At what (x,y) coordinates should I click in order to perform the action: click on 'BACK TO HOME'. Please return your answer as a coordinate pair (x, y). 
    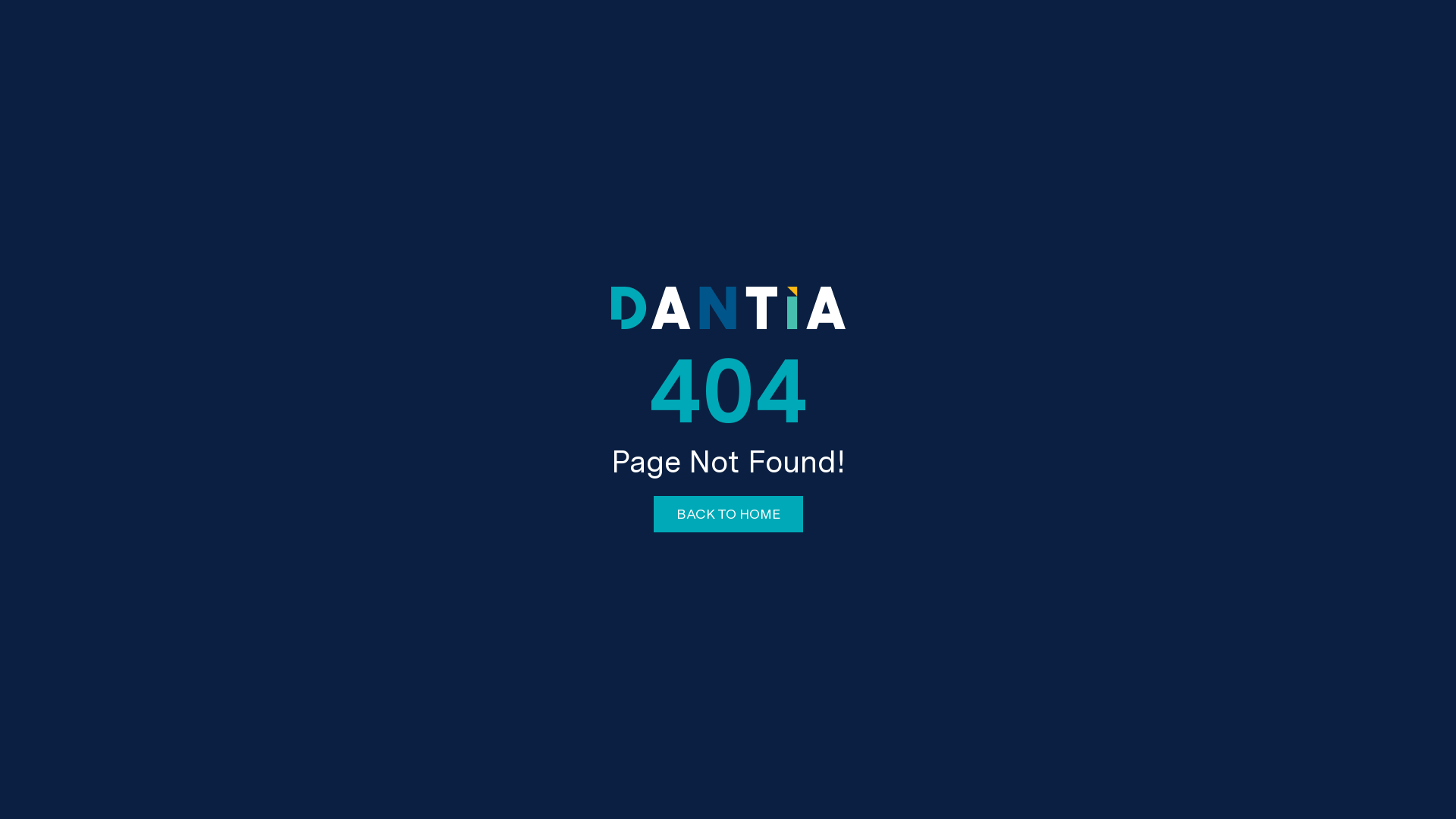
    Looking at the image, I should click on (728, 513).